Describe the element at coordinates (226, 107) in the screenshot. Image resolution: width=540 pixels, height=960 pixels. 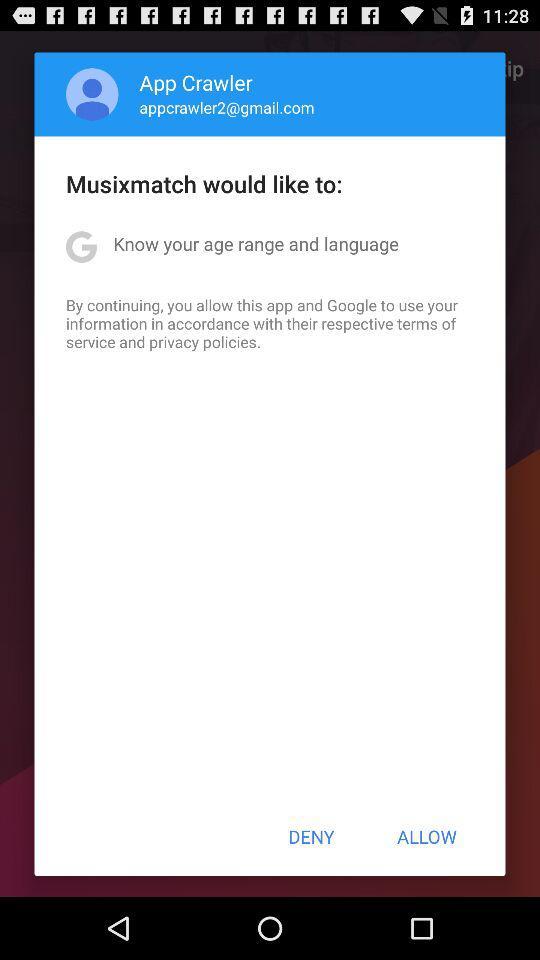
I see `icon below app crawler icon` at that location.